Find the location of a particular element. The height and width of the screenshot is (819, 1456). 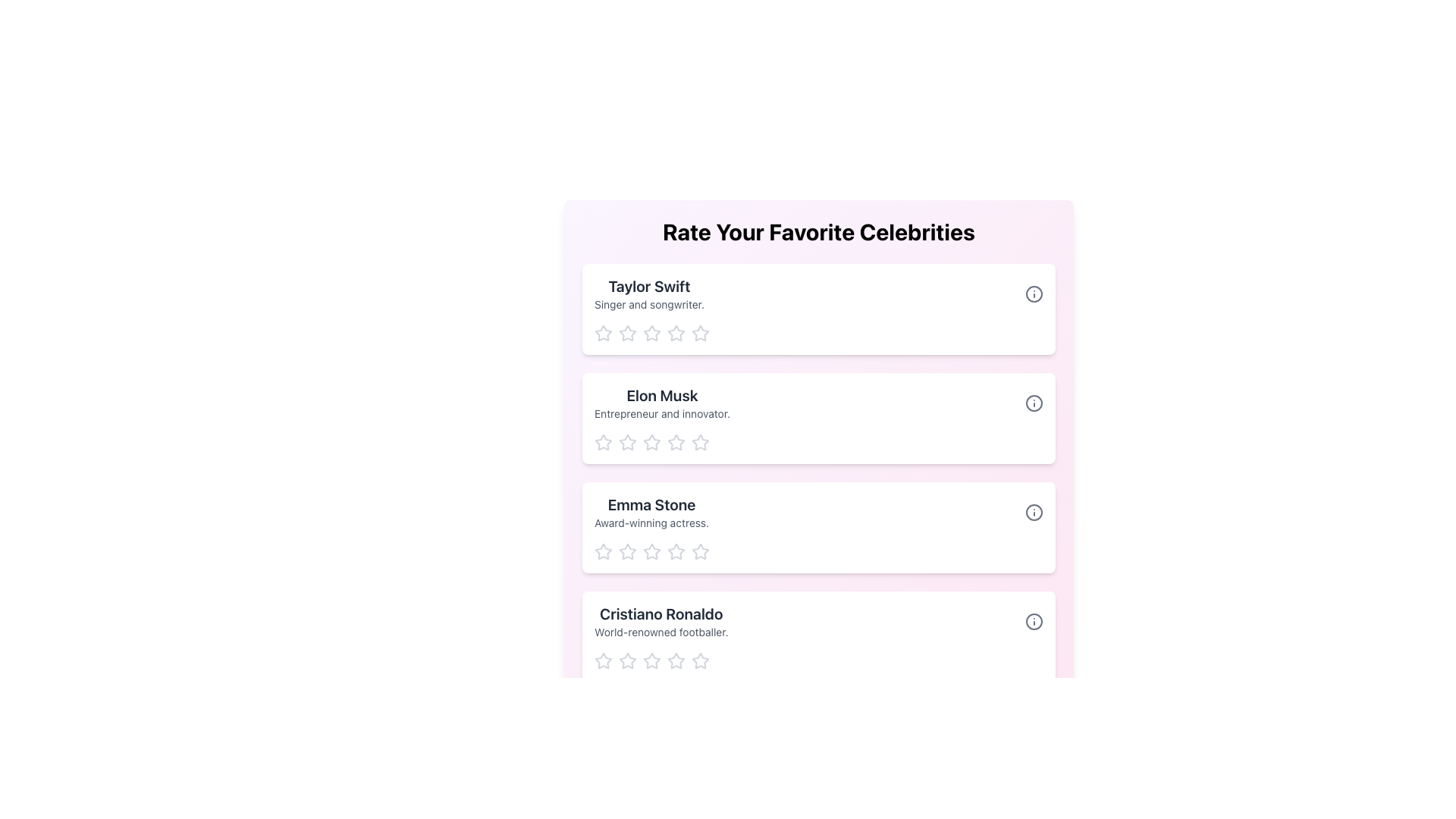

the first star icon used for rating Taylor Swift is located at coordinates (603, 332).